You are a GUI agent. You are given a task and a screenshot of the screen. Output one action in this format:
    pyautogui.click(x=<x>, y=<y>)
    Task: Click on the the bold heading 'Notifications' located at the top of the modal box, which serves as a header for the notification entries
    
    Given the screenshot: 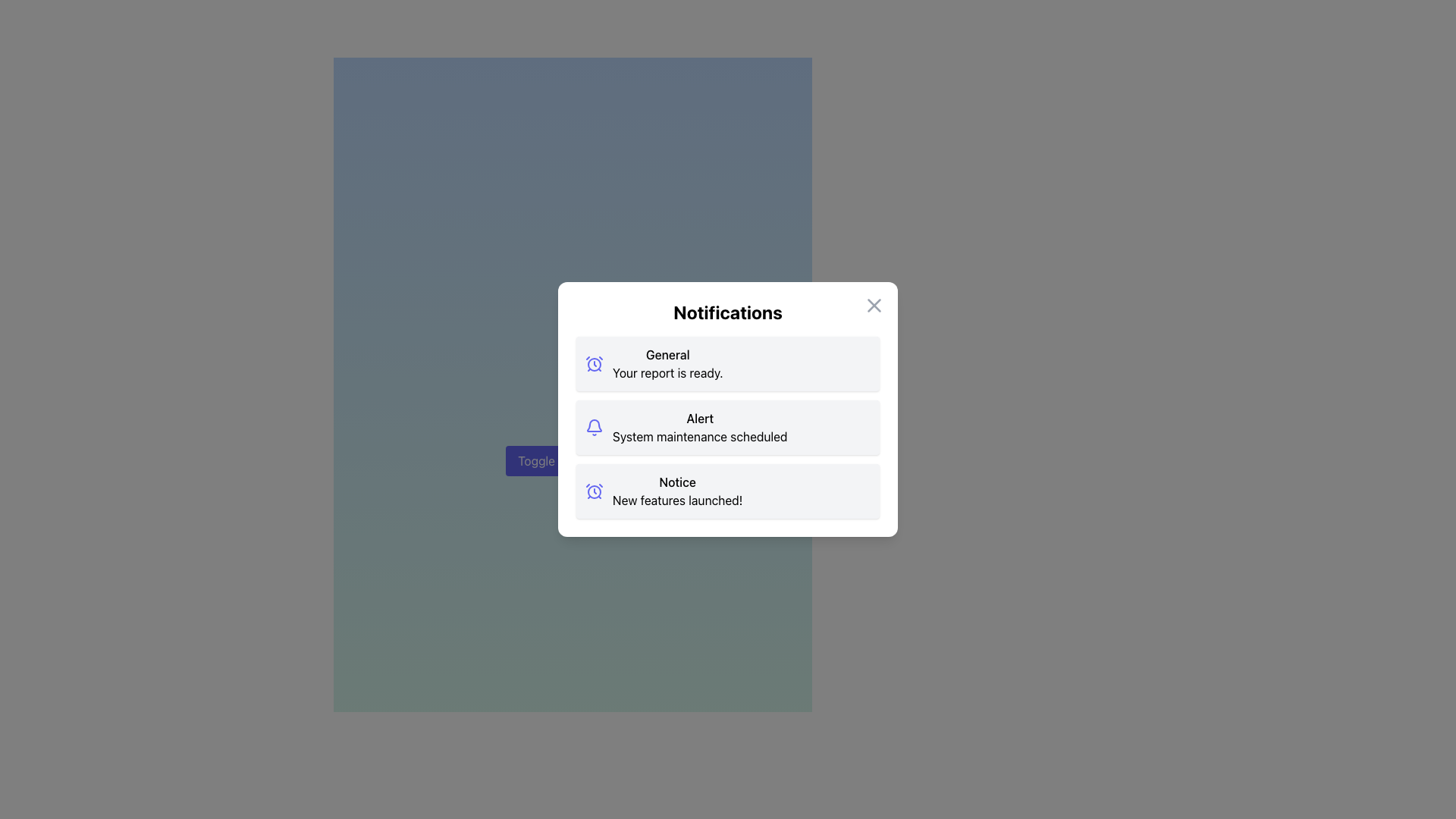 What is the action you would take?
    pyautogui.click(x=728, y=312)
    